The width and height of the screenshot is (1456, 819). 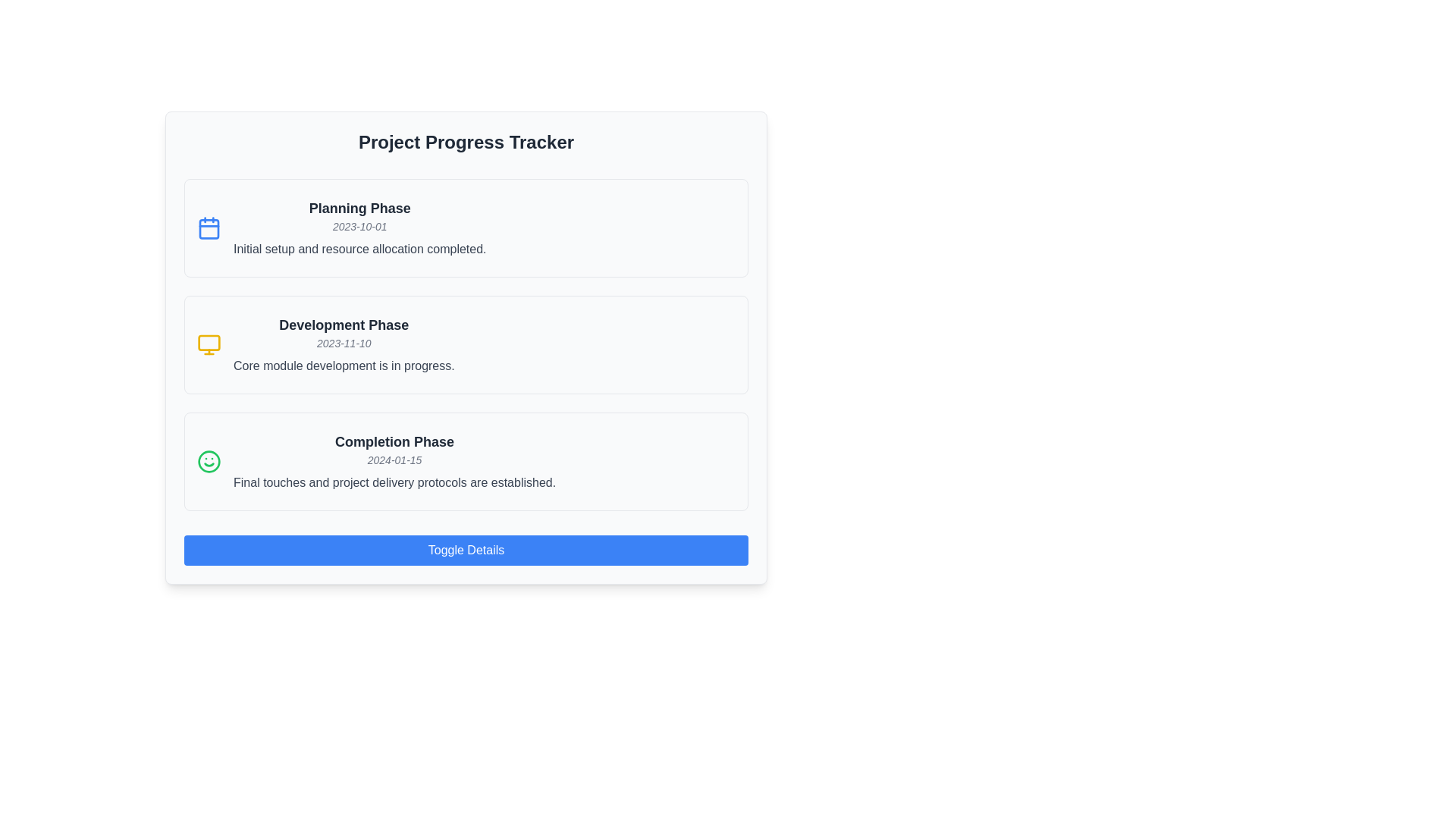 I want to click on the static icon representing a computer or technology theme located in the 'Development Phase' section, positioned before the text 'Development Phase', so click(x=208, y=345).